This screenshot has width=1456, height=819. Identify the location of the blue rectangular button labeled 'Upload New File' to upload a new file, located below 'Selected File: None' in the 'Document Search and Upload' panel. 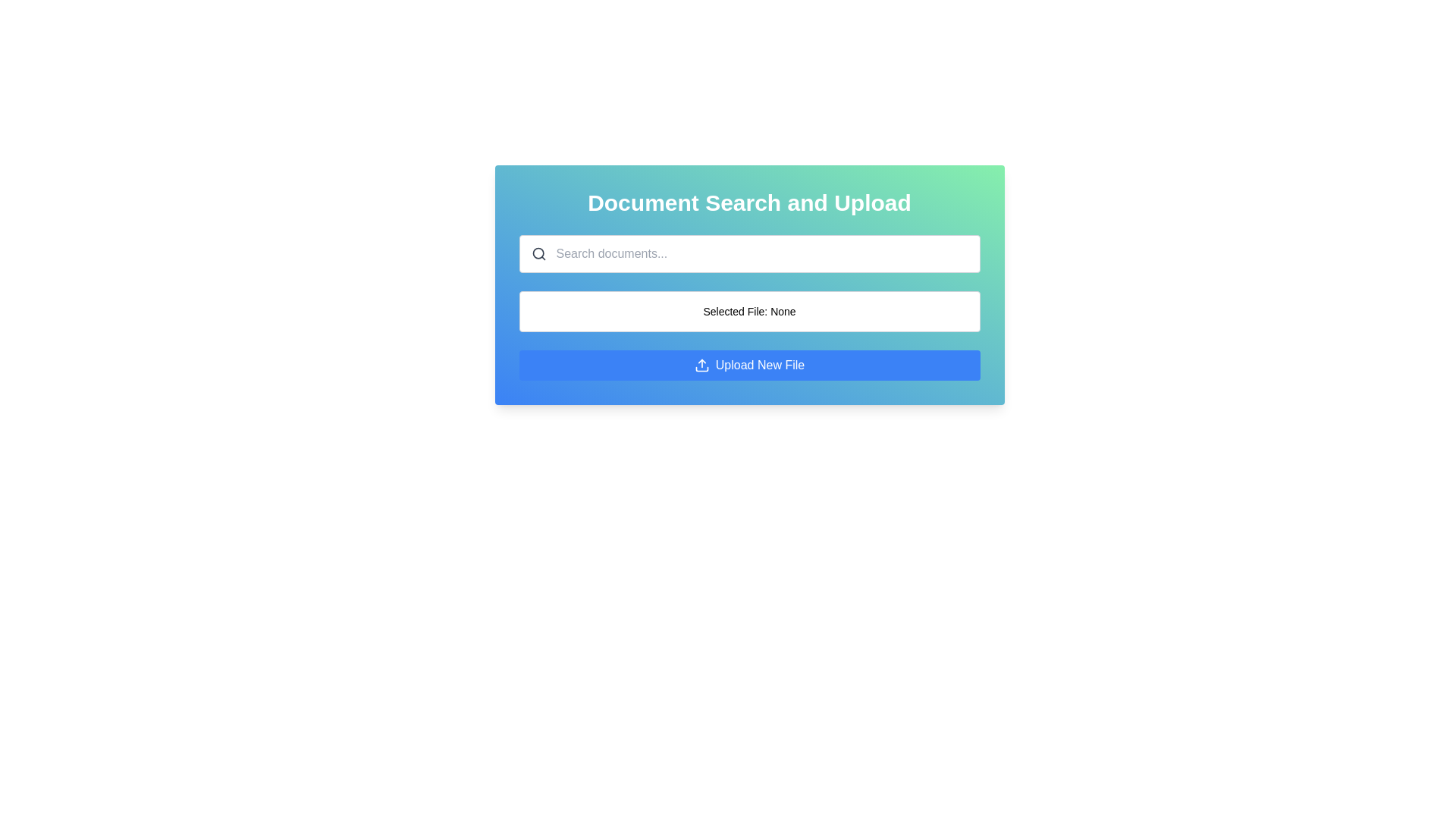
(749, 366).